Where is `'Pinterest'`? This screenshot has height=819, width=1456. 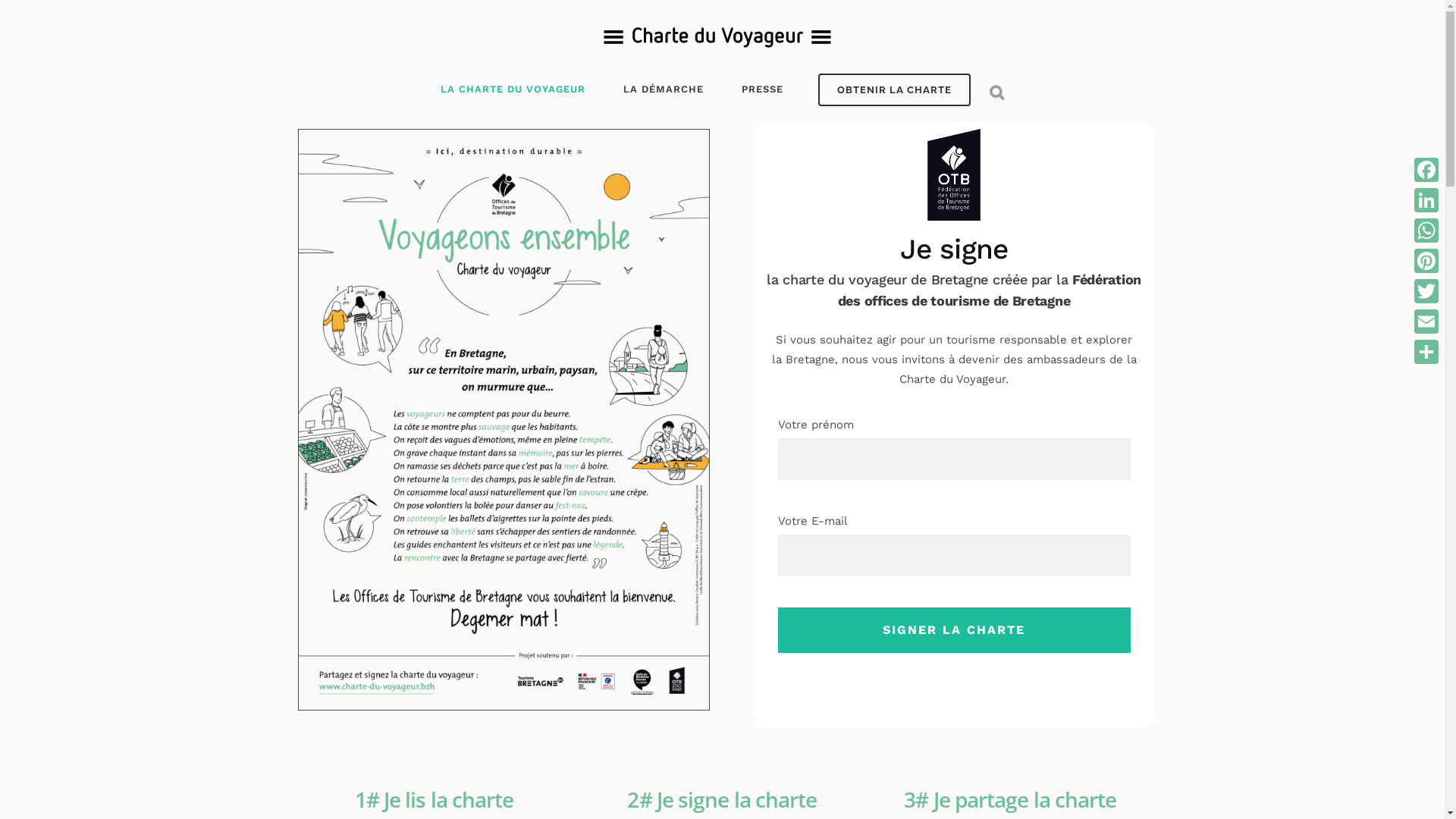
'Pinterest' is located at coordinates (1426, 259).